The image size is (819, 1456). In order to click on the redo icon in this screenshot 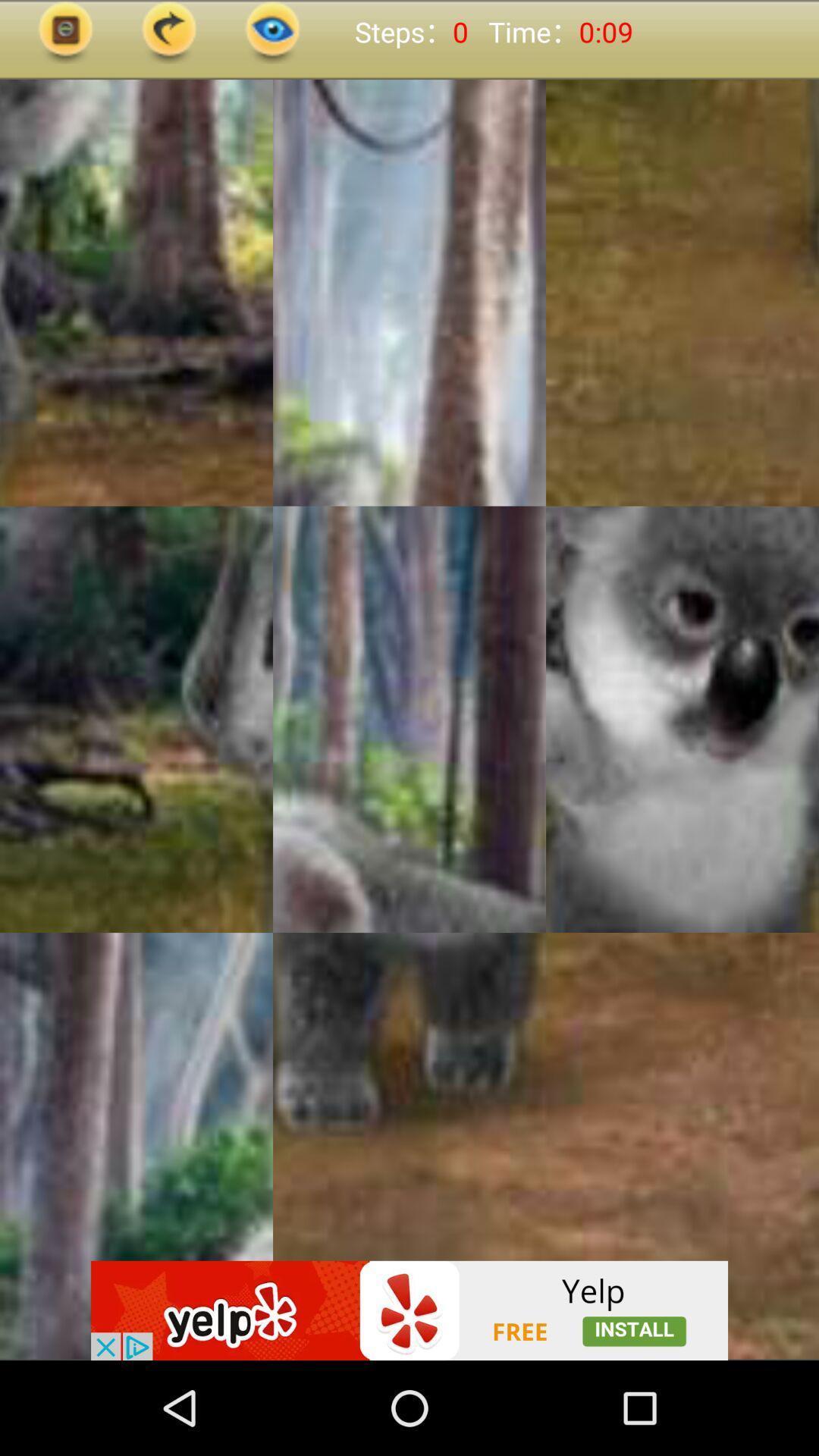, I will do `click(169, 32)`.